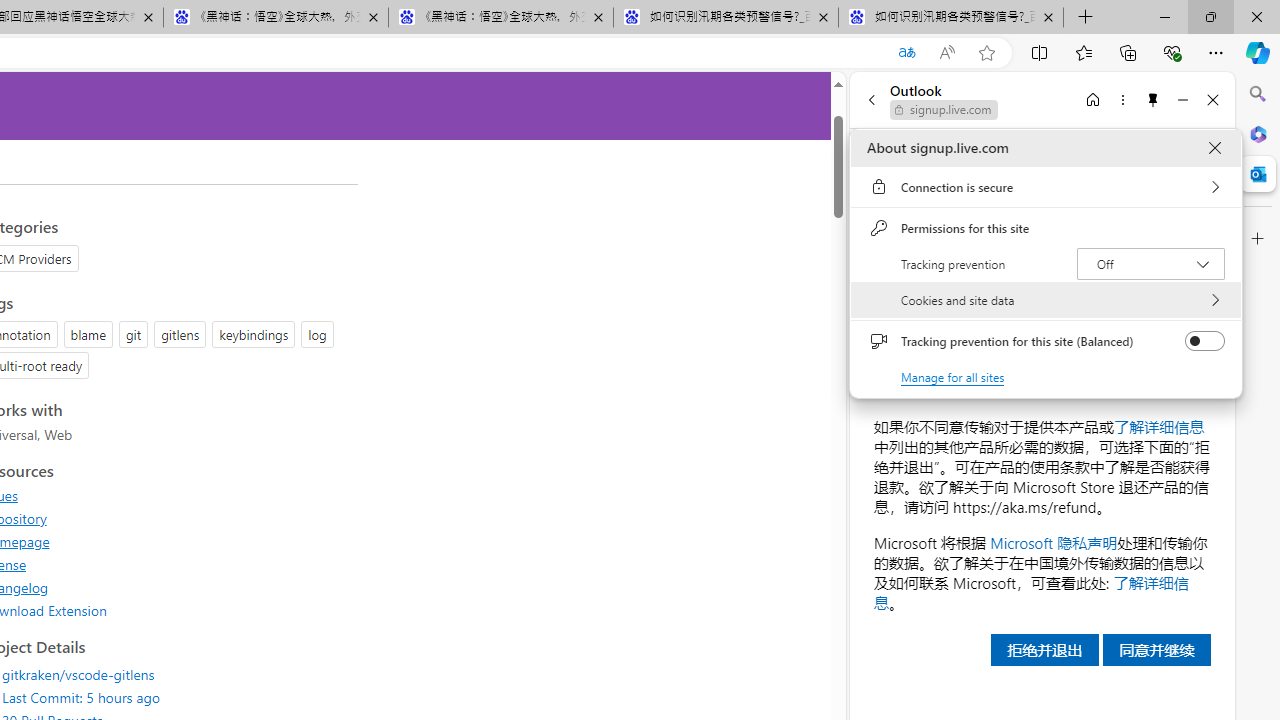  Describe the element at coordinates (951, 377) in the screenshot. I see `'Manage for all sites'` at that location.